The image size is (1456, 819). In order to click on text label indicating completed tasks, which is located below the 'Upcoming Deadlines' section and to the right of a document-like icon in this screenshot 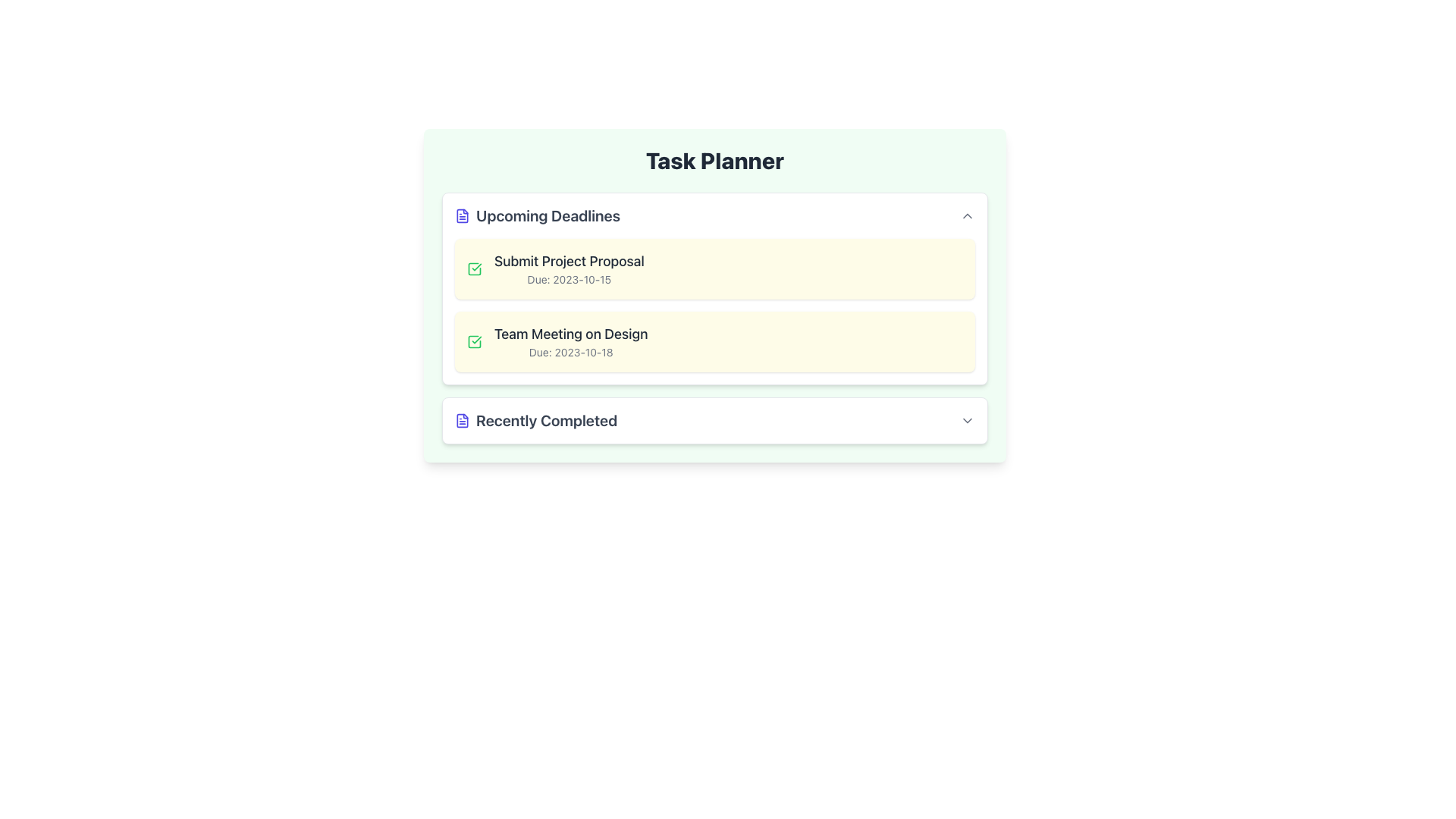, I will do `click(546, 421)`.